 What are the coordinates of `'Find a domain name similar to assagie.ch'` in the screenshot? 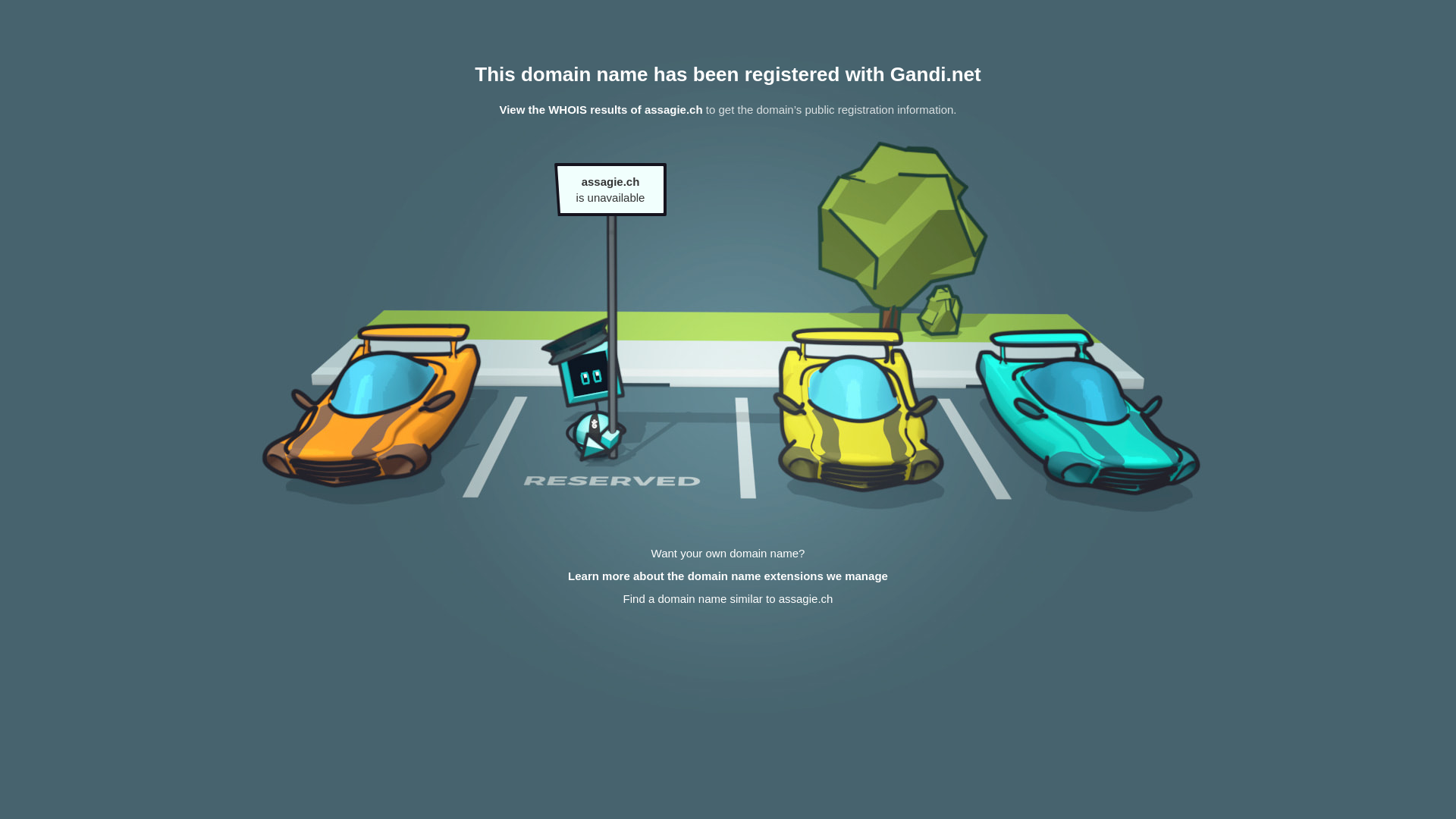 It's located at (728, 598).